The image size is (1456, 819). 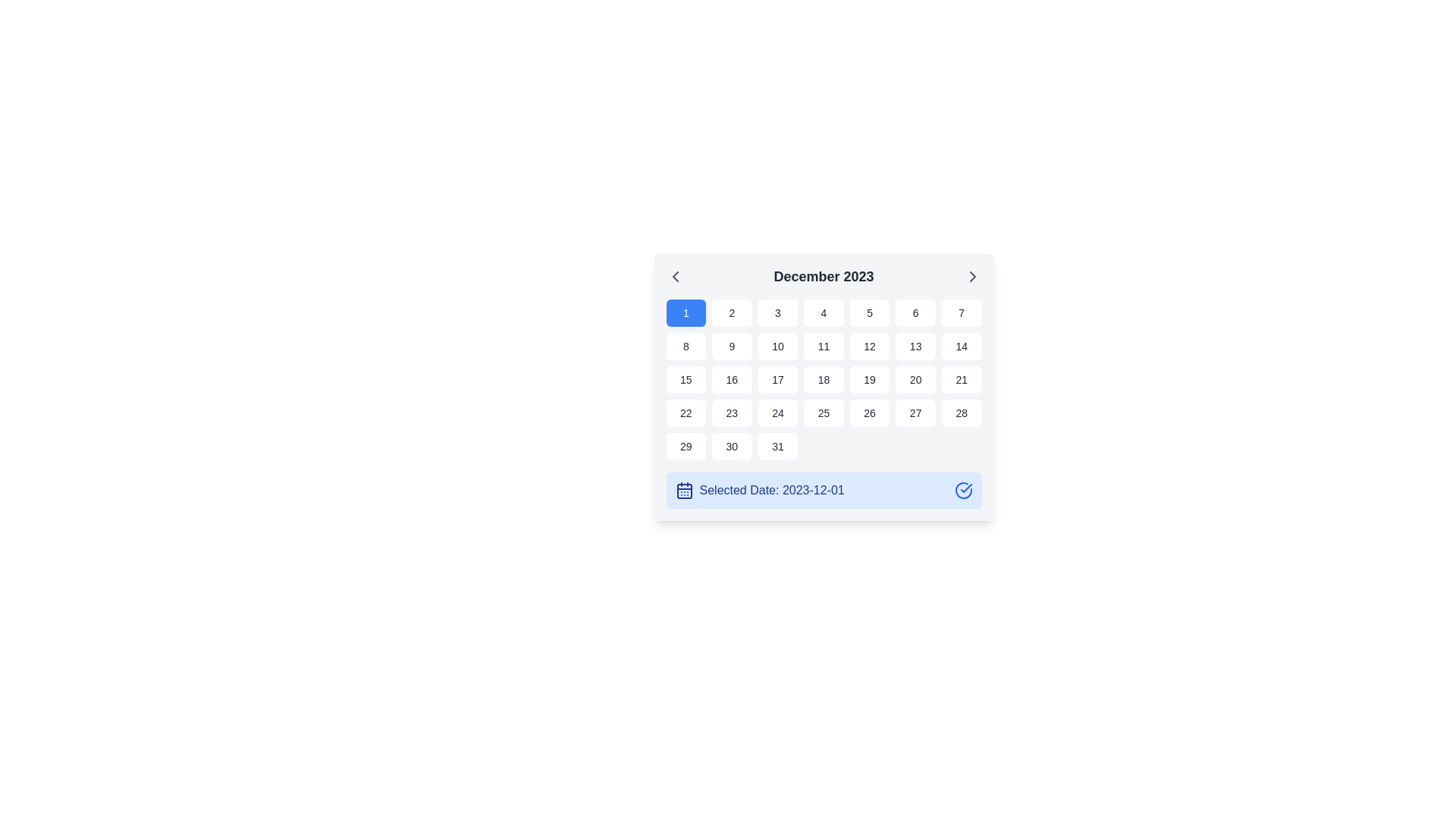 I want to click on the button displaying the number '20' in gray color, located in the fourth row and sixth column of the date grid for December 2023, so click(x=915, y=379).